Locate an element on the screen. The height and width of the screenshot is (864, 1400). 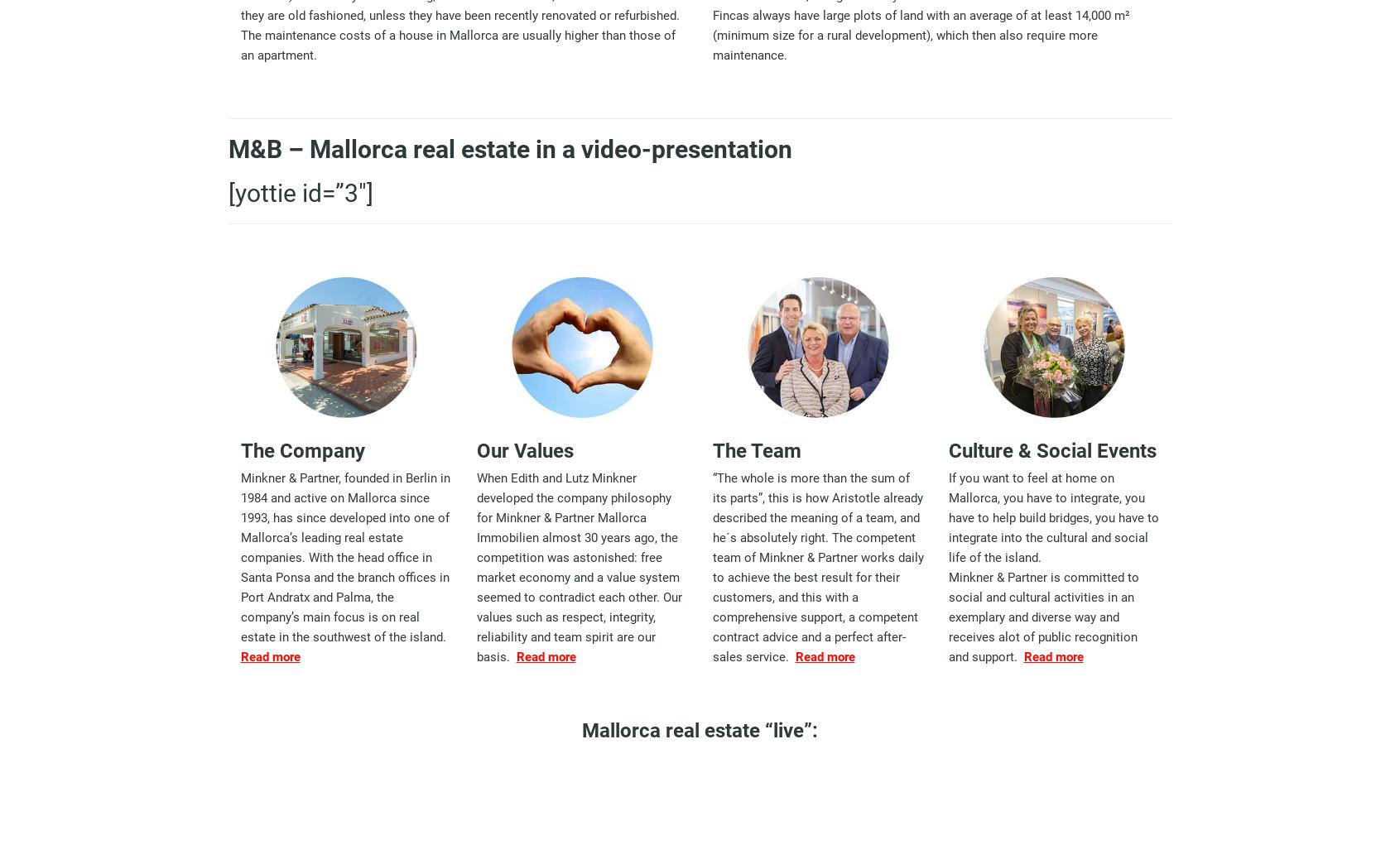
'M&B – Mallorca real estate in a video-presentation' is located at coordinates (508, 147).